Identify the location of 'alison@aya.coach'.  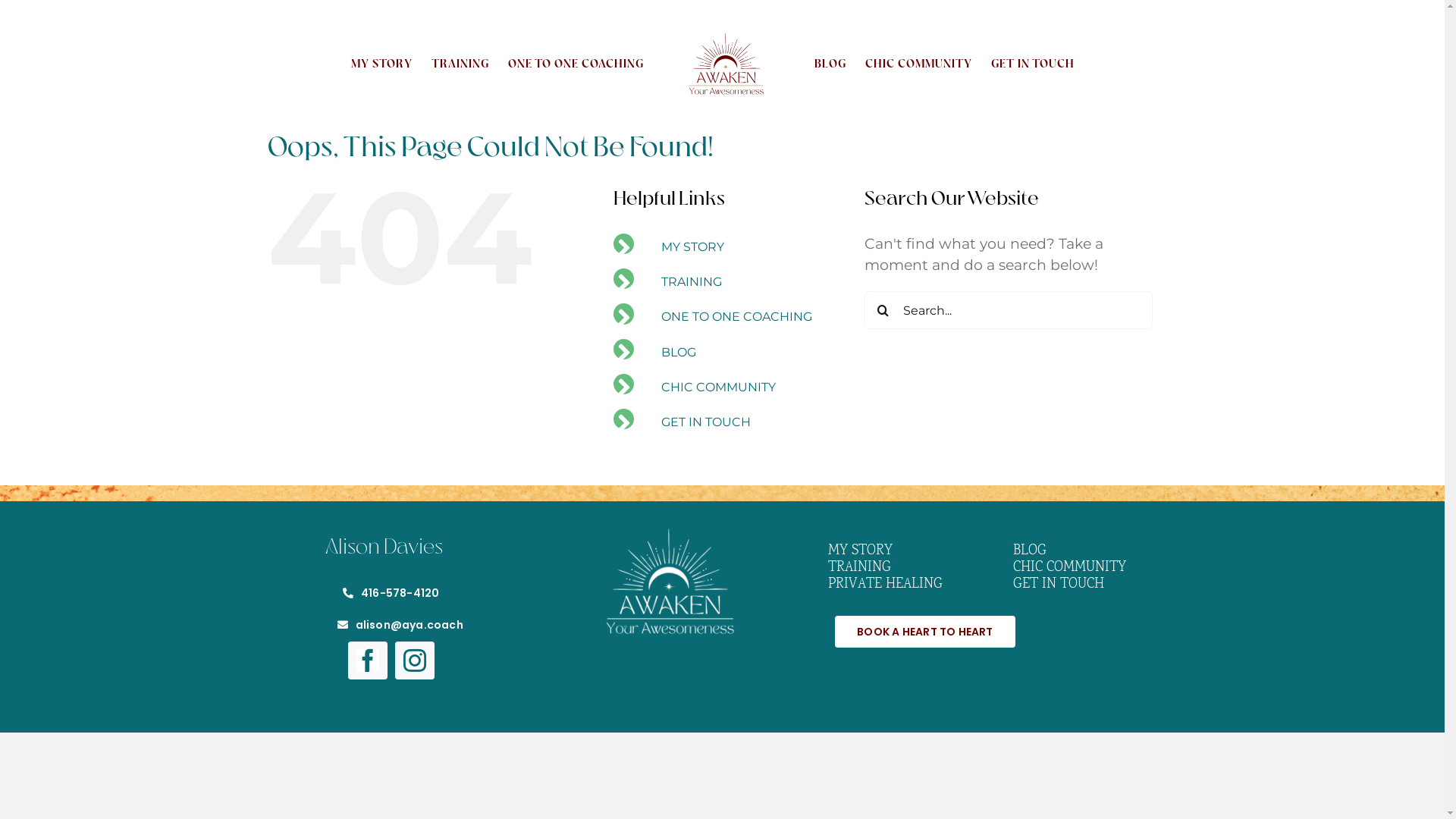
(315, 625).